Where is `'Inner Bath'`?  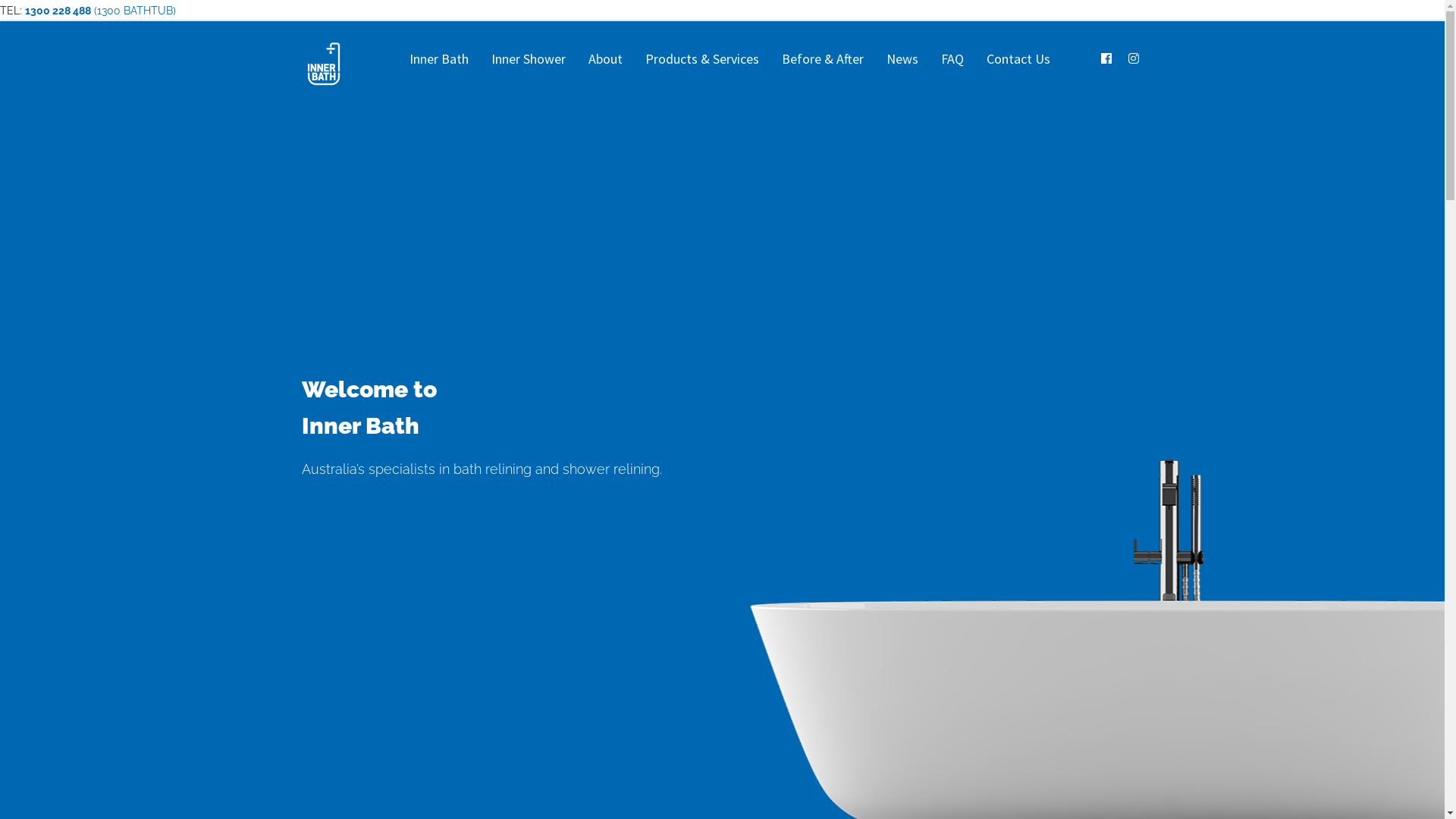 'Inner Bath' is located at coordinates (437, 58).